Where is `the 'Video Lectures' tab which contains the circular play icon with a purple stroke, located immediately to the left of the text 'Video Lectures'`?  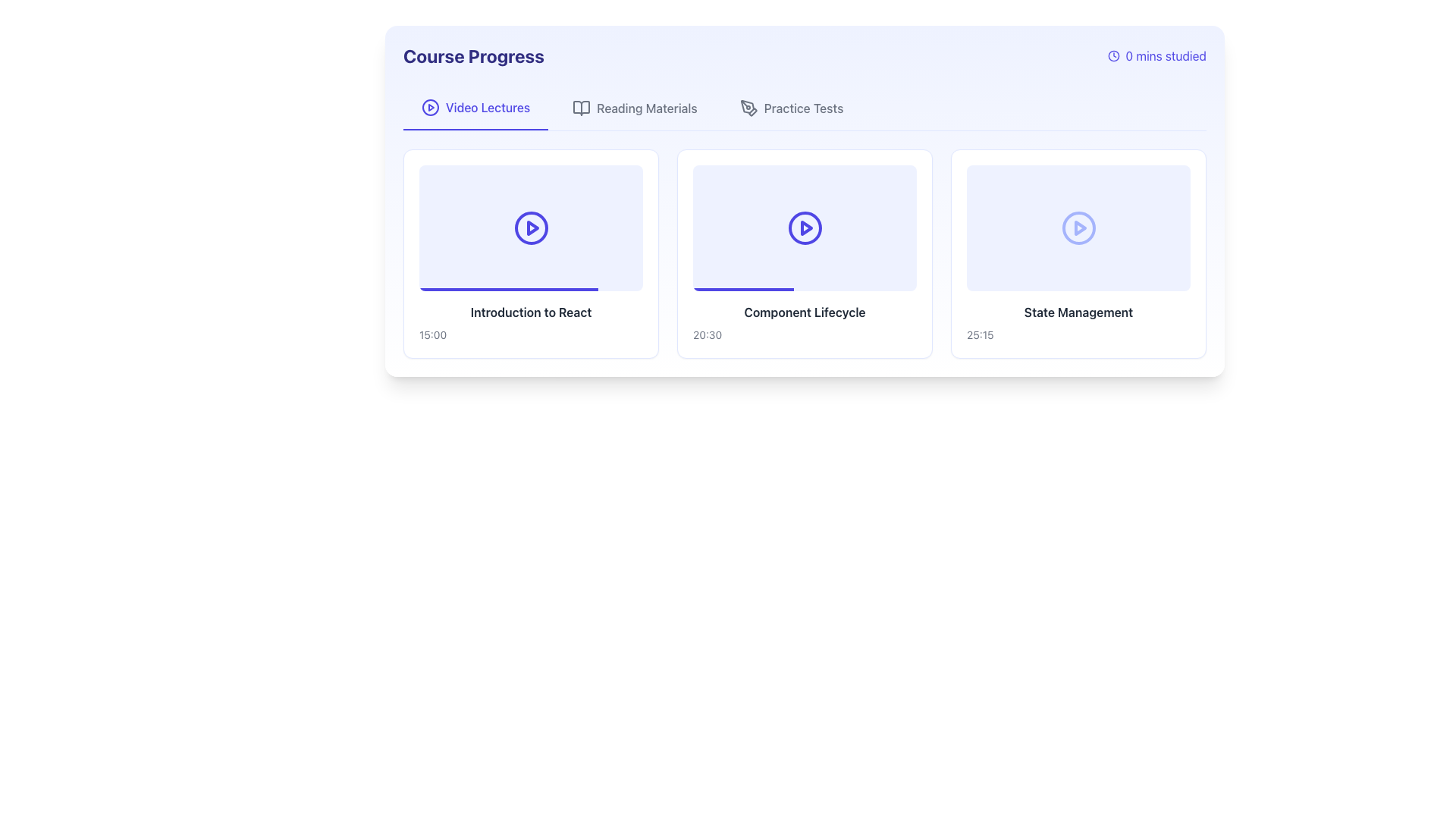 the 'Video Lectures' tab which contains the circular play icon with a purple stroke, located immediately to the left of the text 'Video Lectures' is located at coordinates (429, 107).